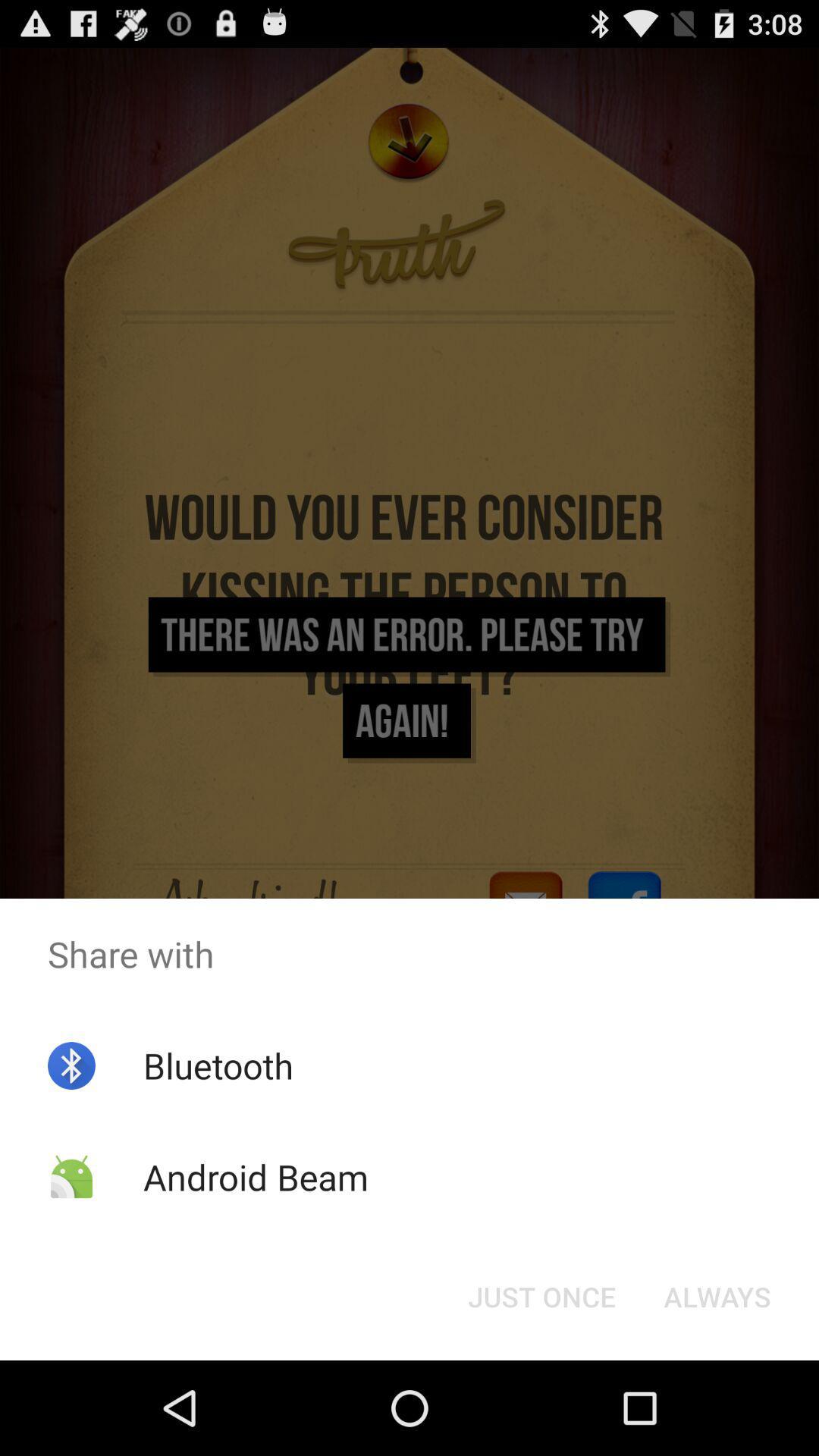  I want to click on the item at the bottom, so click(541, 1295).